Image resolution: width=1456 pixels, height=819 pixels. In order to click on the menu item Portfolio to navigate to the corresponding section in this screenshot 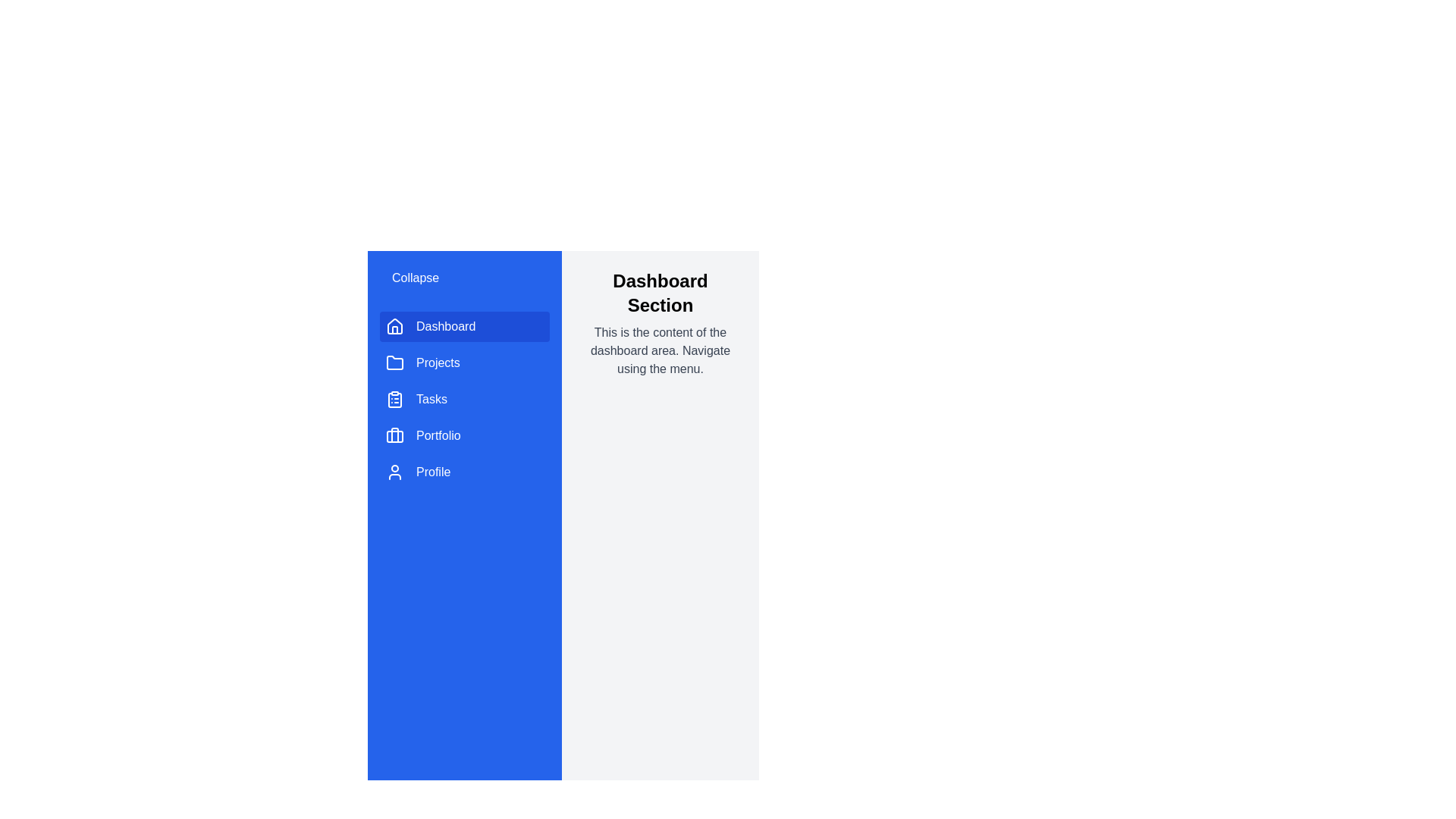, I will do `click(464, 435)`.